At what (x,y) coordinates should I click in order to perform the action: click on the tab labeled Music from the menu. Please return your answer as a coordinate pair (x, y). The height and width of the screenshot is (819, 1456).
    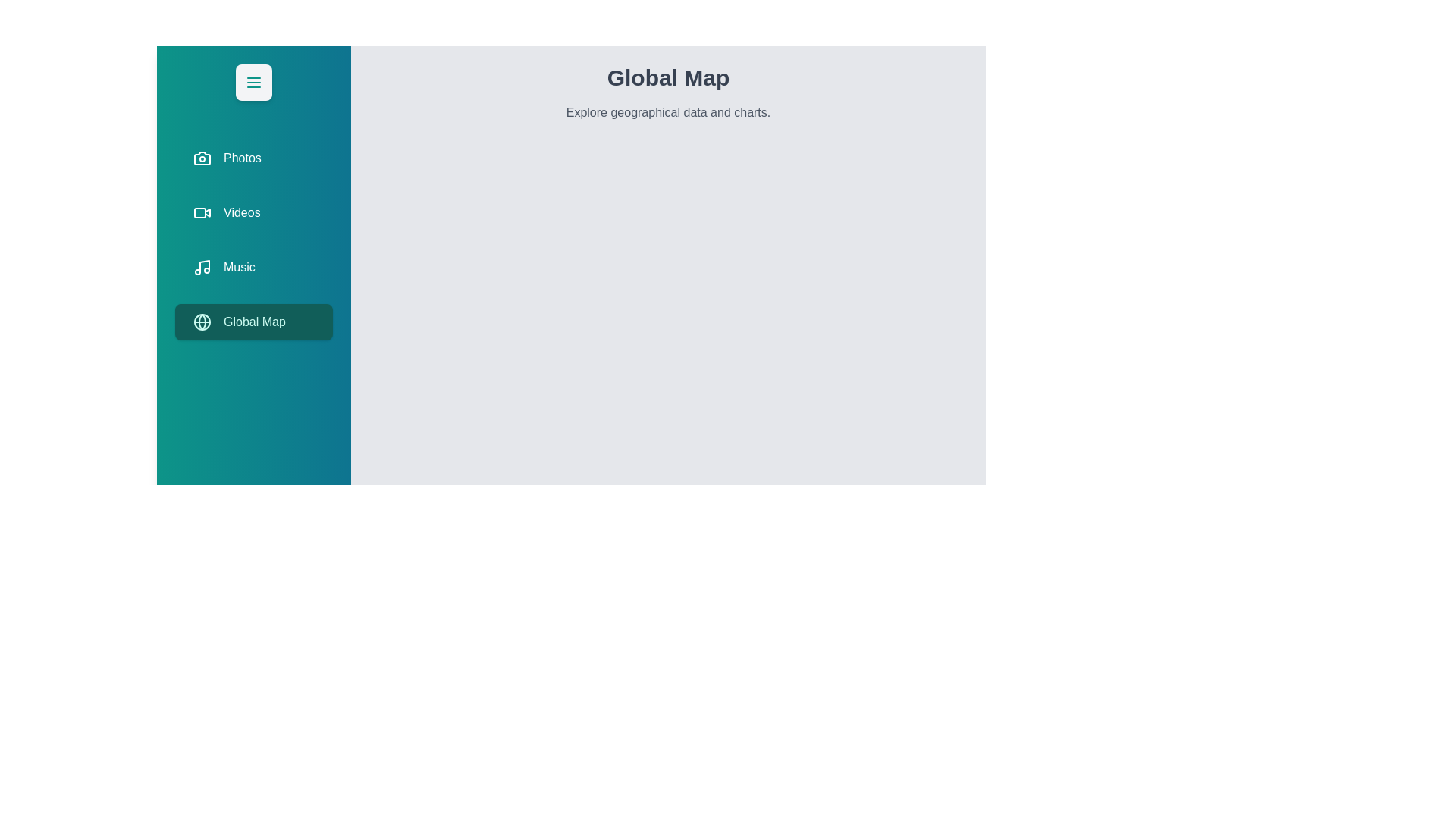
    Looking at the image, I should click on (254, 267).